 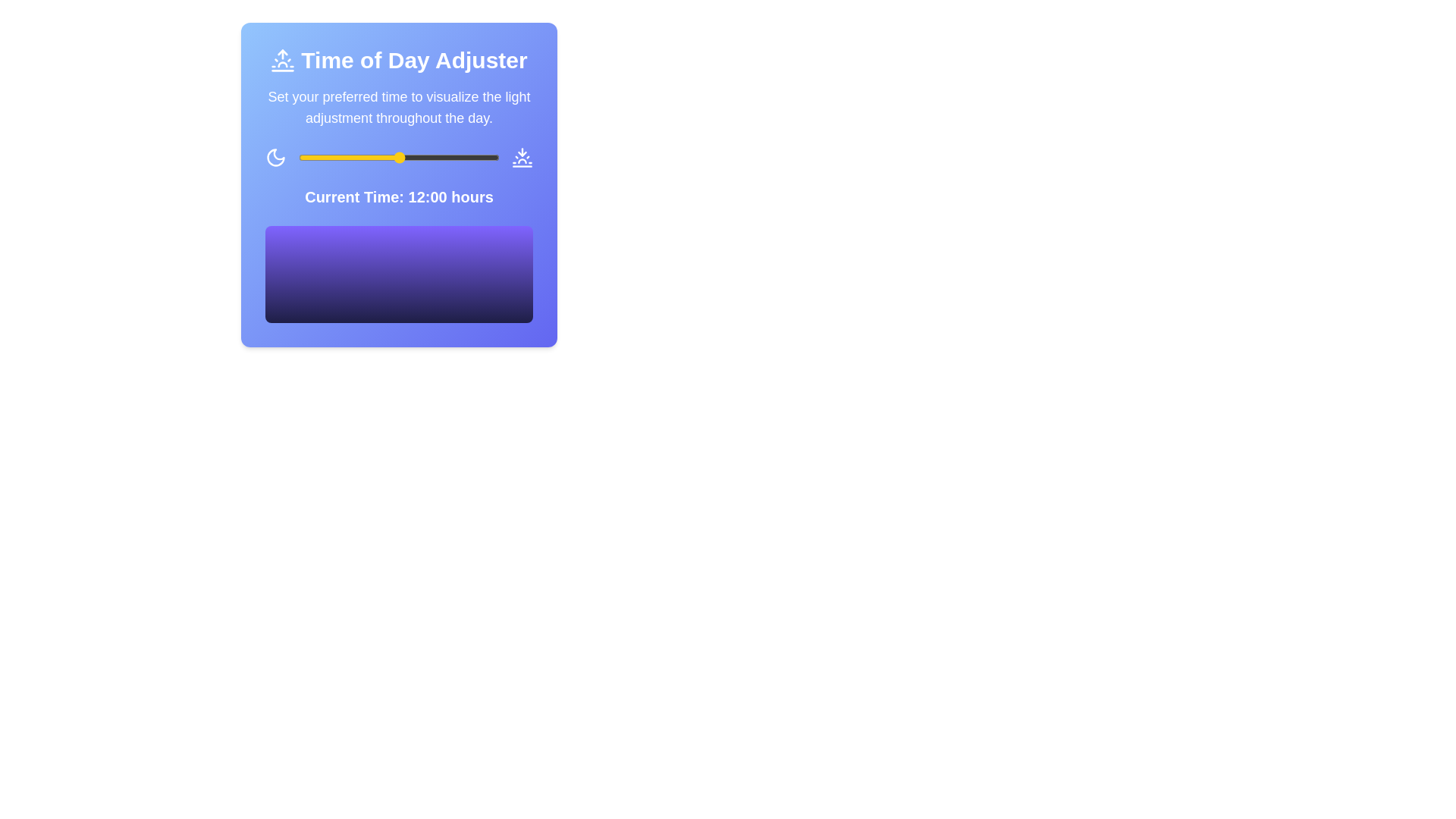 I want to click on the time slider to 1 hours to observe the gradient visualization, so click(x=306, y=158).